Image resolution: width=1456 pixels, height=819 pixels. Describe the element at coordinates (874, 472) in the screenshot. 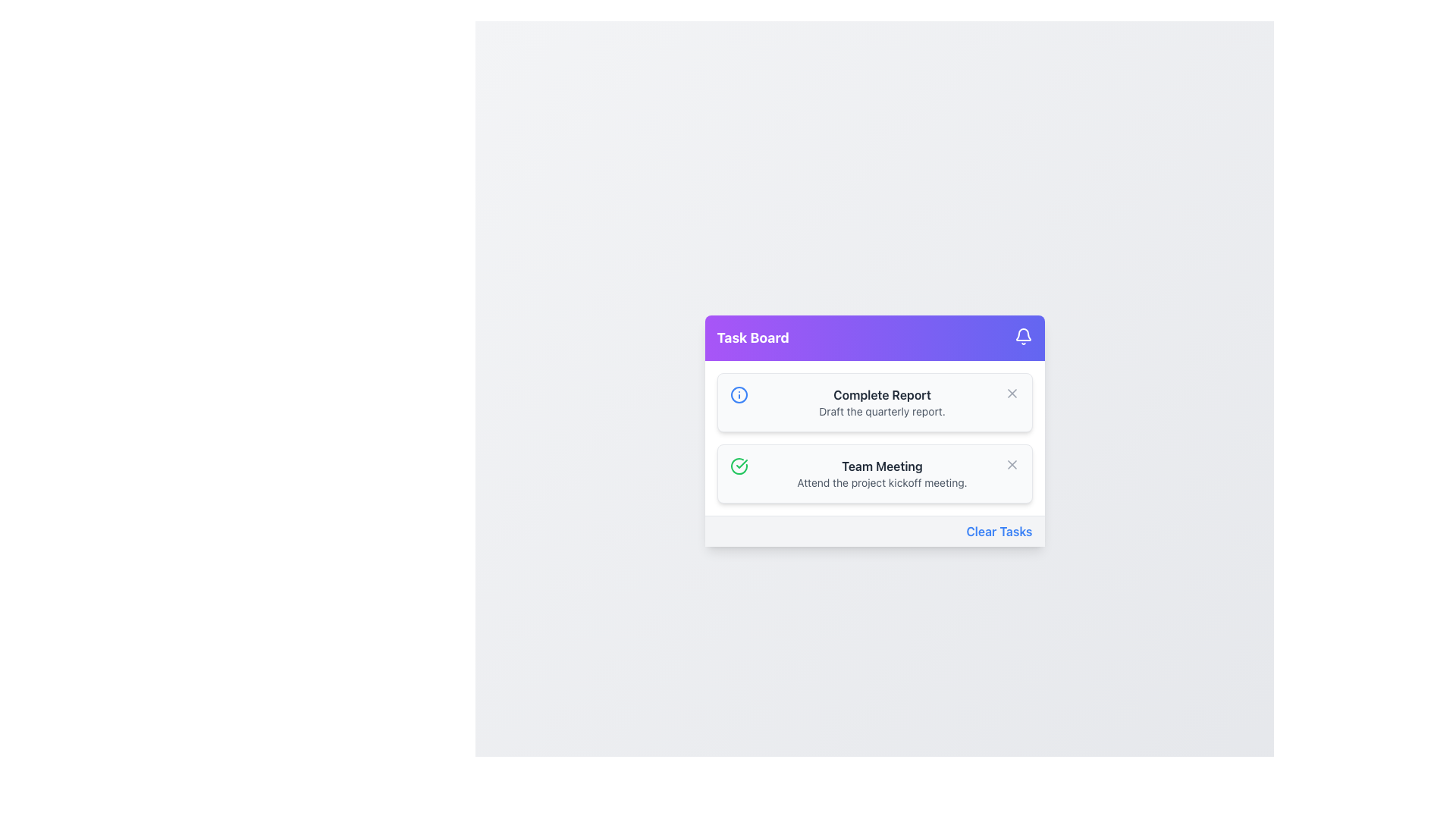

I see `the 'Team Meeting' task card, which is the second item in the Task Board section` at that location.